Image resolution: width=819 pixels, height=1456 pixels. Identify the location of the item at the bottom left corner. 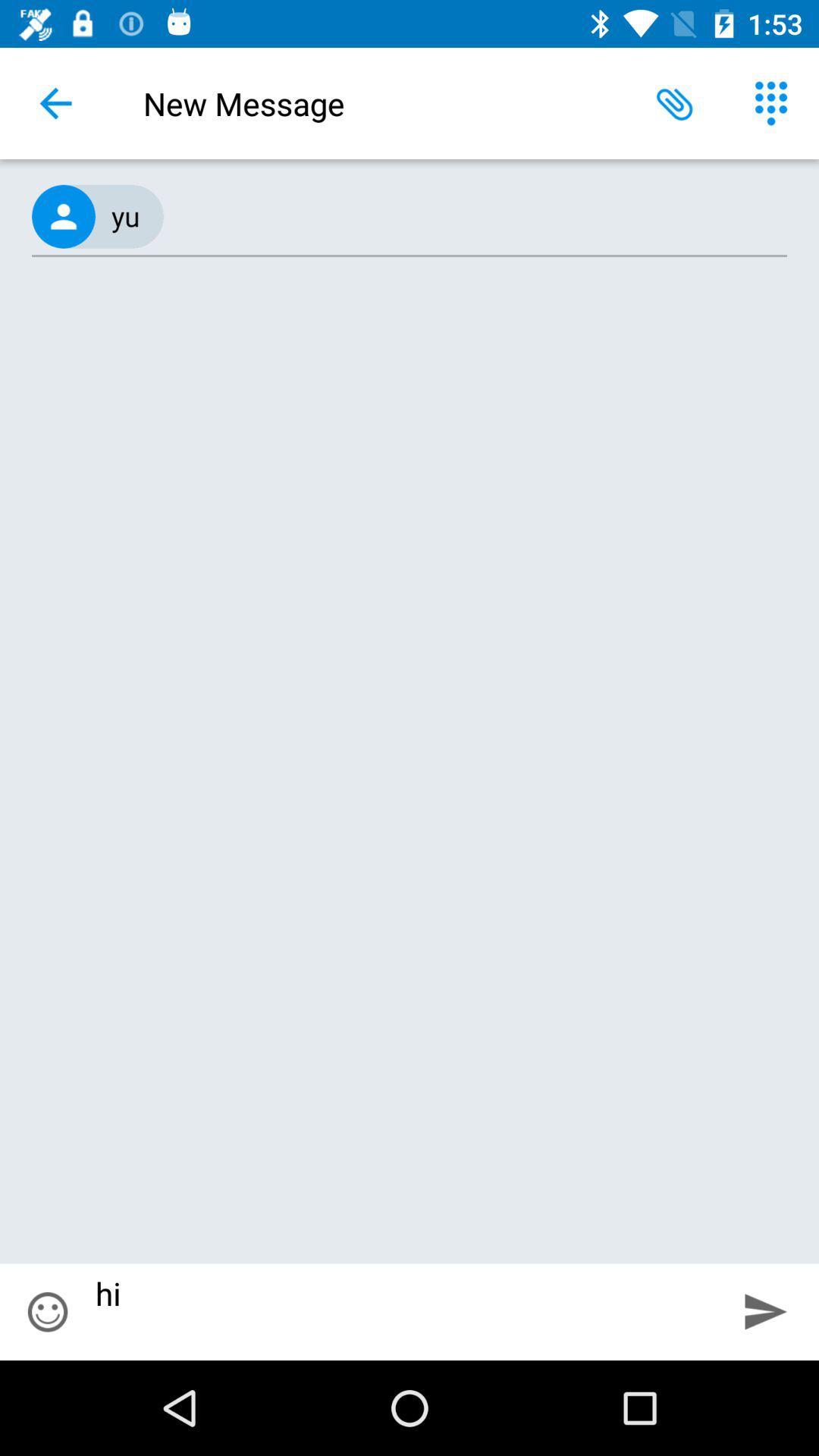
(46, 1311).